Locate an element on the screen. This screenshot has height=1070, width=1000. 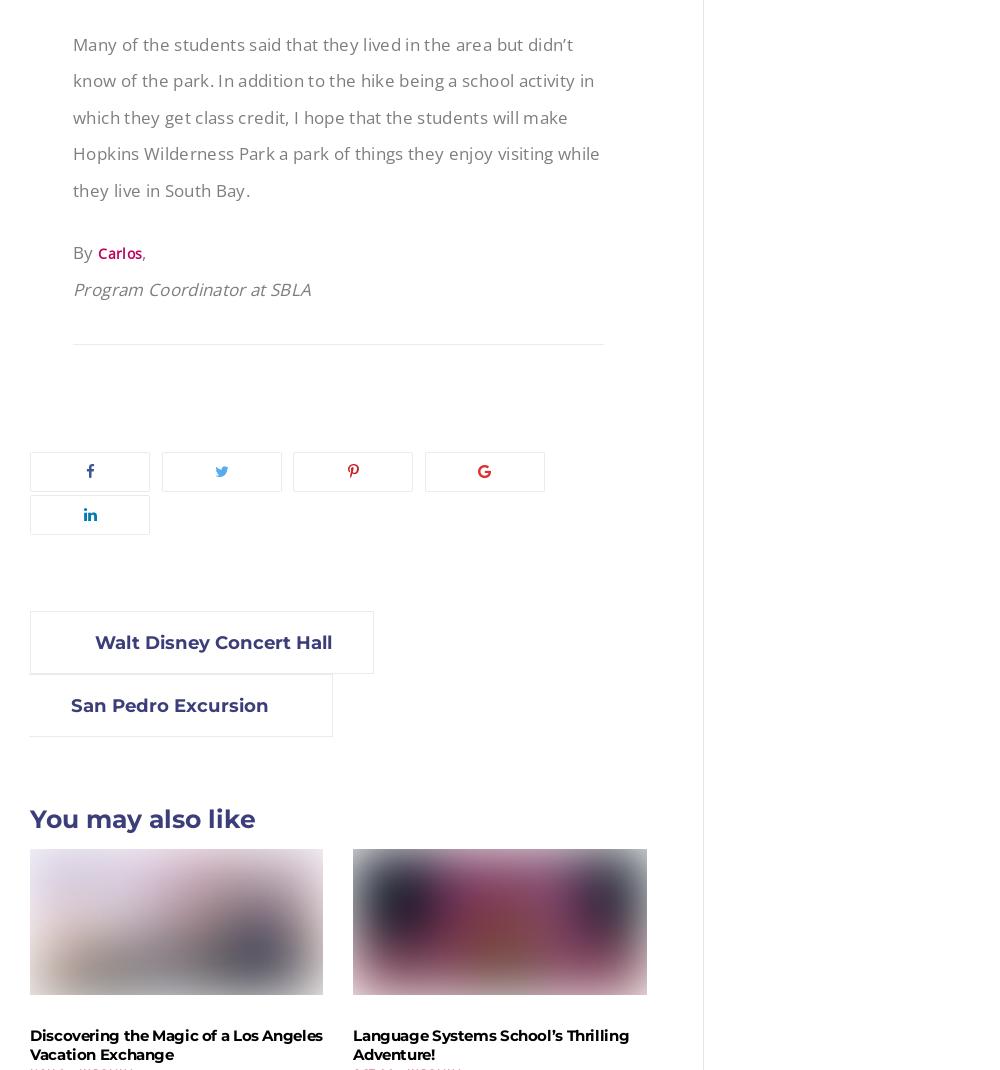
'By' is located at coordinates (72, 250).